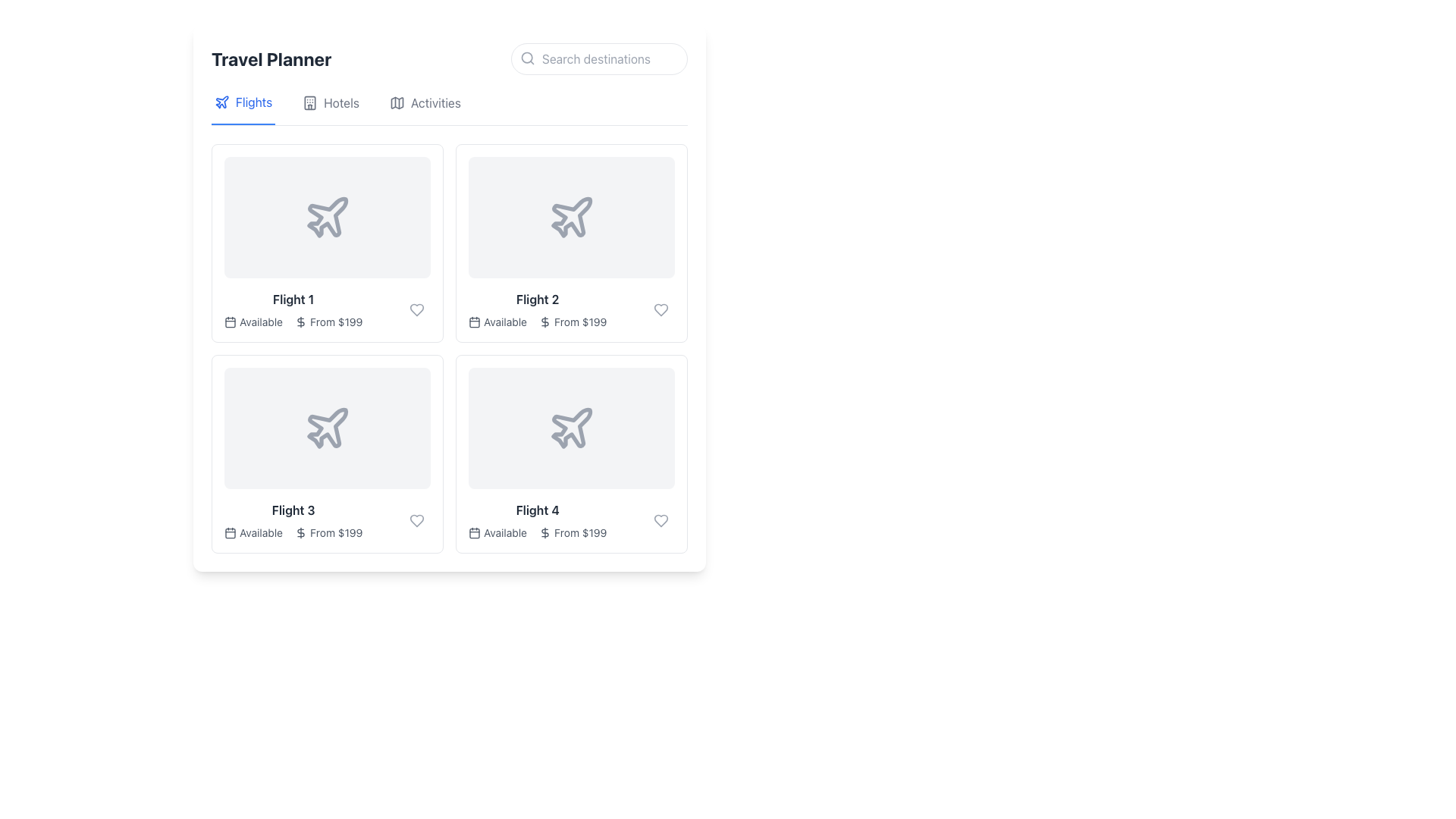 Image resolution: width=1456 pixels, height=819 pixels. I want to click on the favorite indicator icon within the button located at the bottom-right corner of the card for 'Flight 1', so click(417, 309).